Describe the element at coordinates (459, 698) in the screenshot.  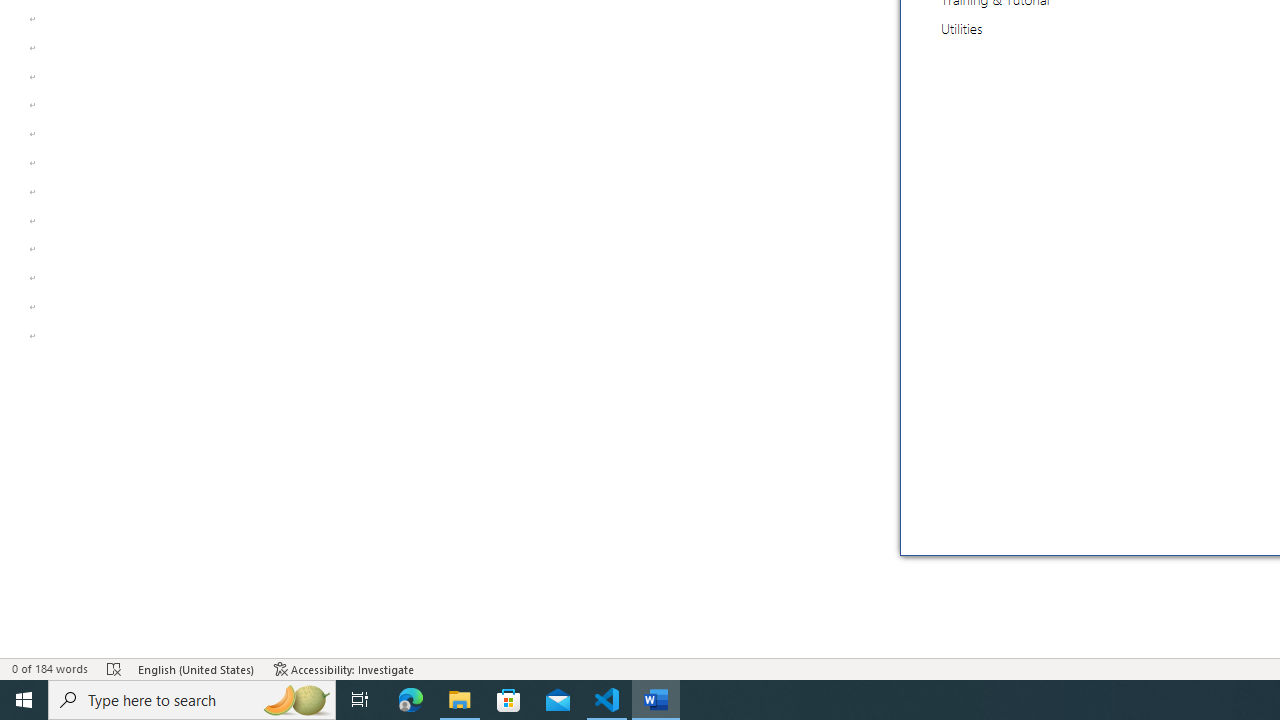
I see `'File Explorer - 1 running window'` at that location.